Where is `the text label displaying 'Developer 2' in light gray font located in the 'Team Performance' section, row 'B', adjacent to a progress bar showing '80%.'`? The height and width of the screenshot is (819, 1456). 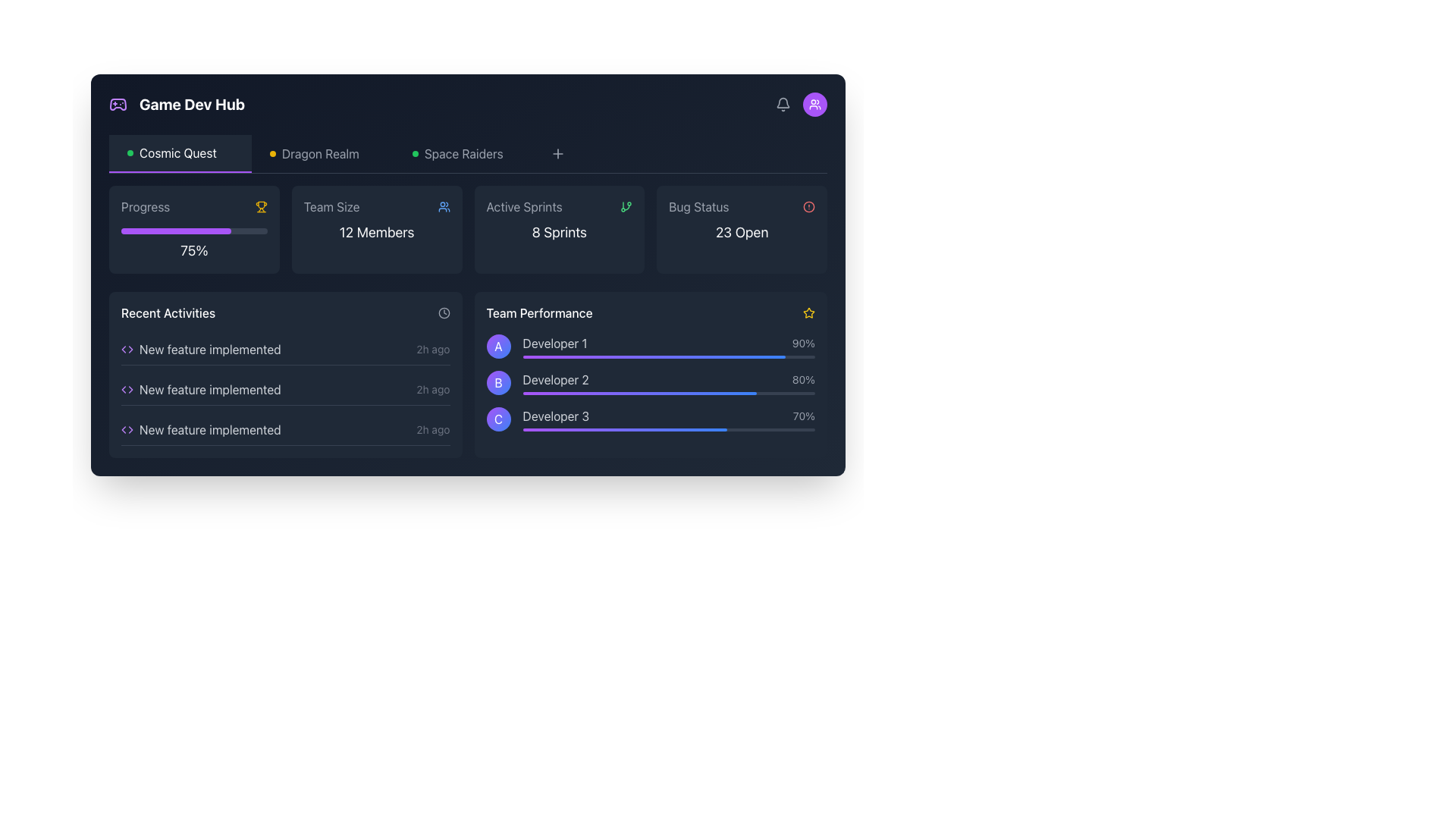 the text label displaying 'Developer 2' in light gray font located in the 'Team Performance' section, row 'B', adjacent to a progress bar showing '80%.' is located at coordinates (555, 379).